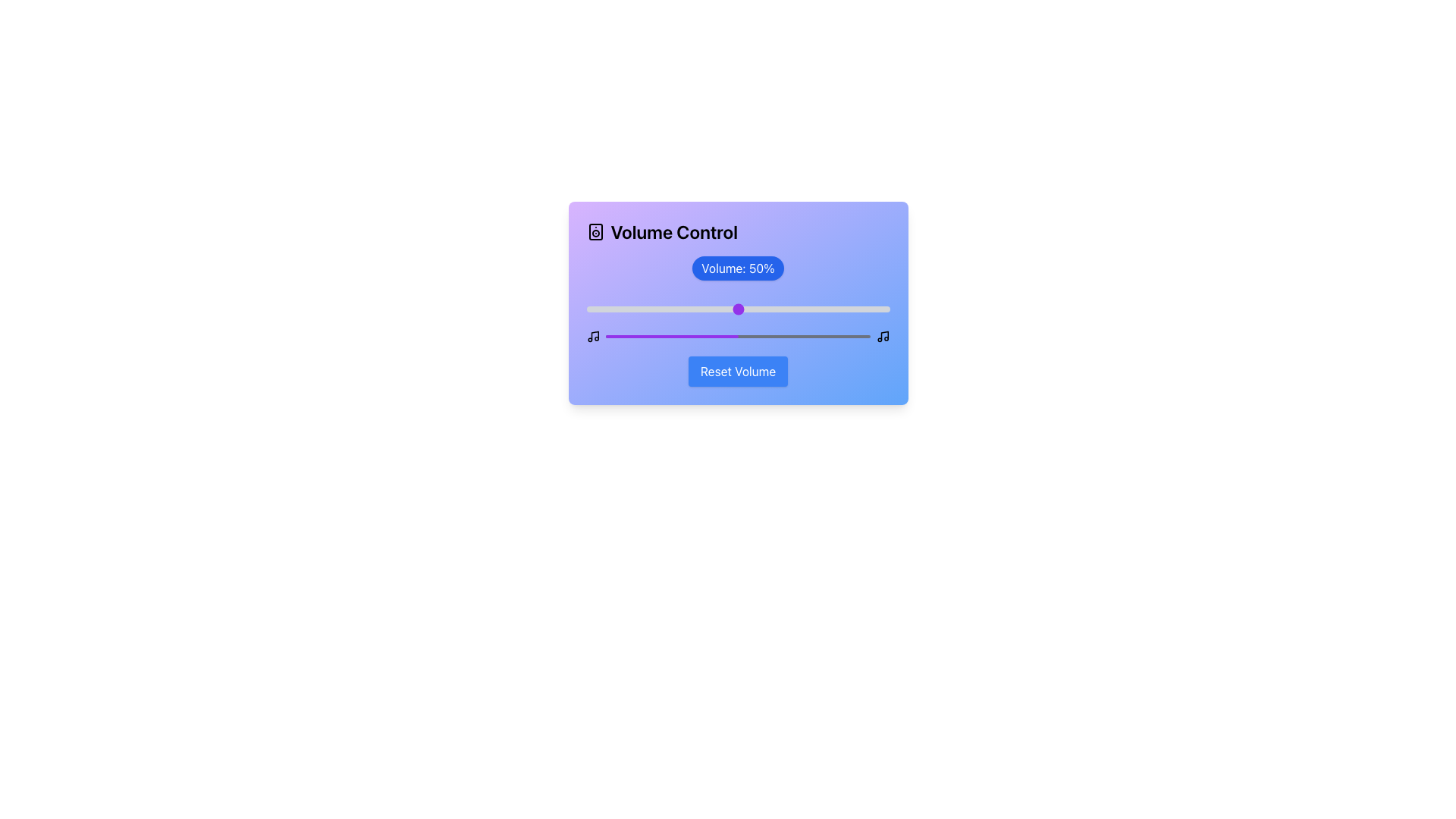 Image resolution: width=1456 pixels, height=819 pixels. Describe the element at coordinates (671, 335) in the screenshot. I see `the purple progress bar segment within the Volume Control interface, located below the 'Volume: 50%' label` at that location.